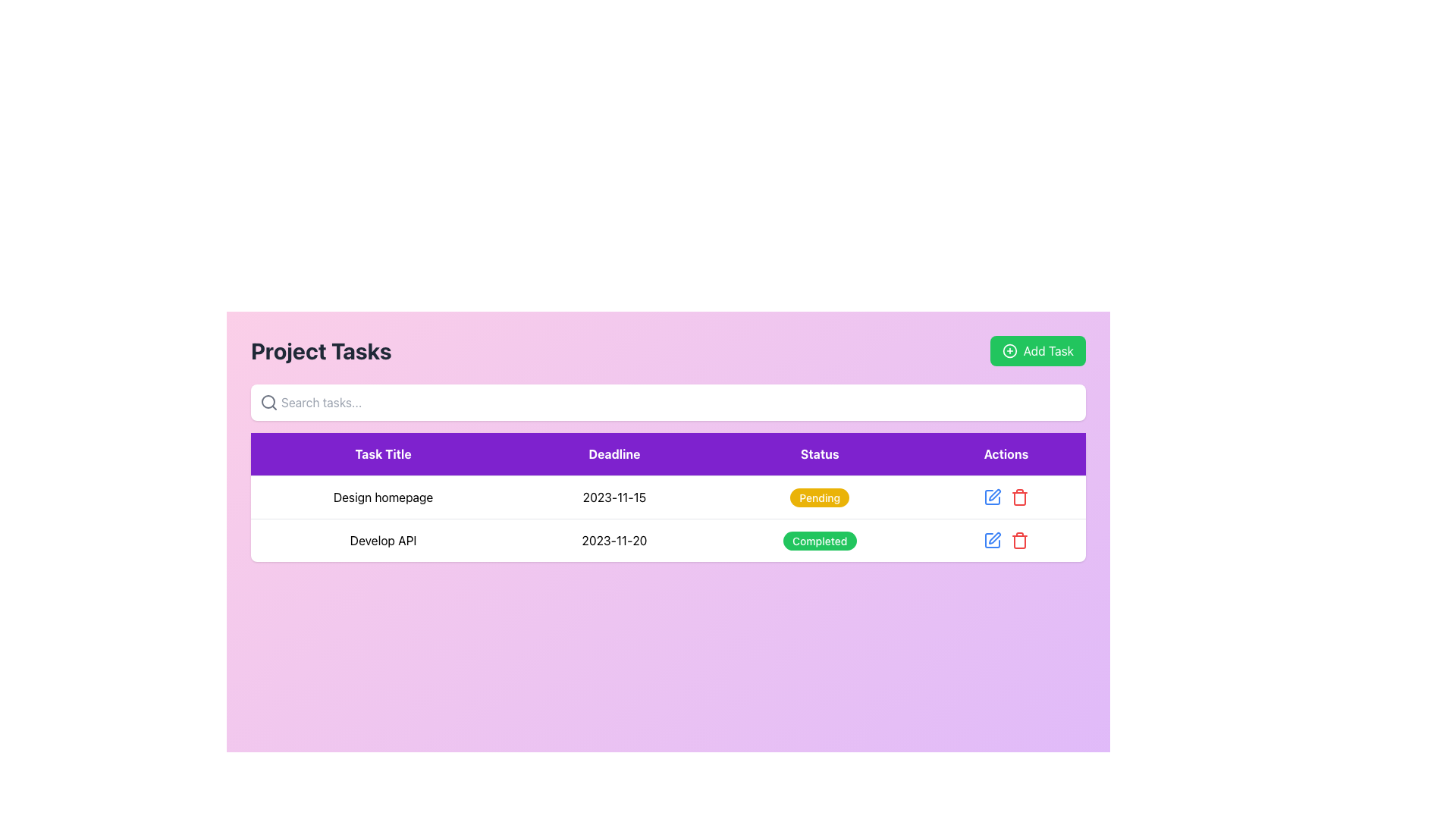 The width and height of the screenshot is (1456, 819). I want to click on the completion status badge for the task 'Develop API' located in the second row of the tasks table, specifically in the third column labeled 'Status', adjacent to the 'Deadline' column on the left and 'Actions' column on the right, so click(819, 539).